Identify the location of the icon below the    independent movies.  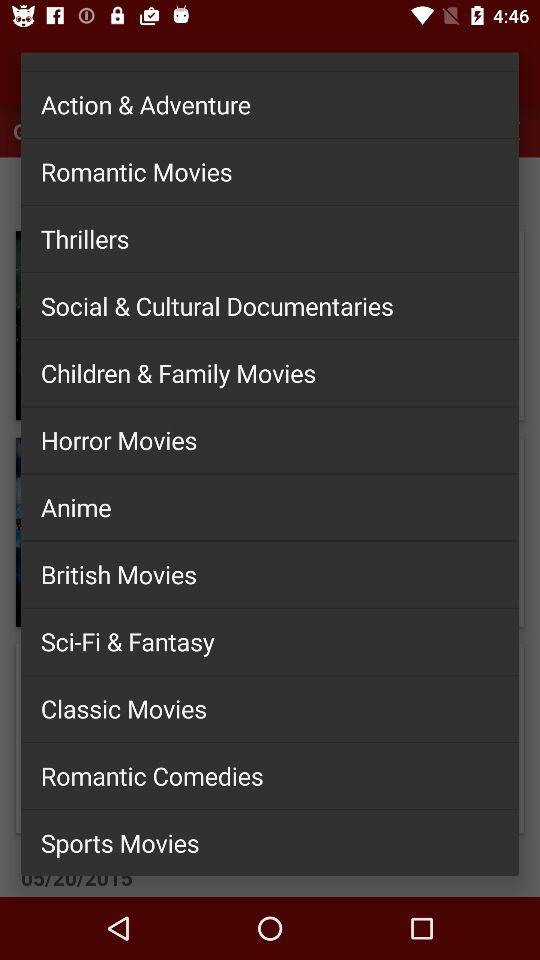
(270, 104).